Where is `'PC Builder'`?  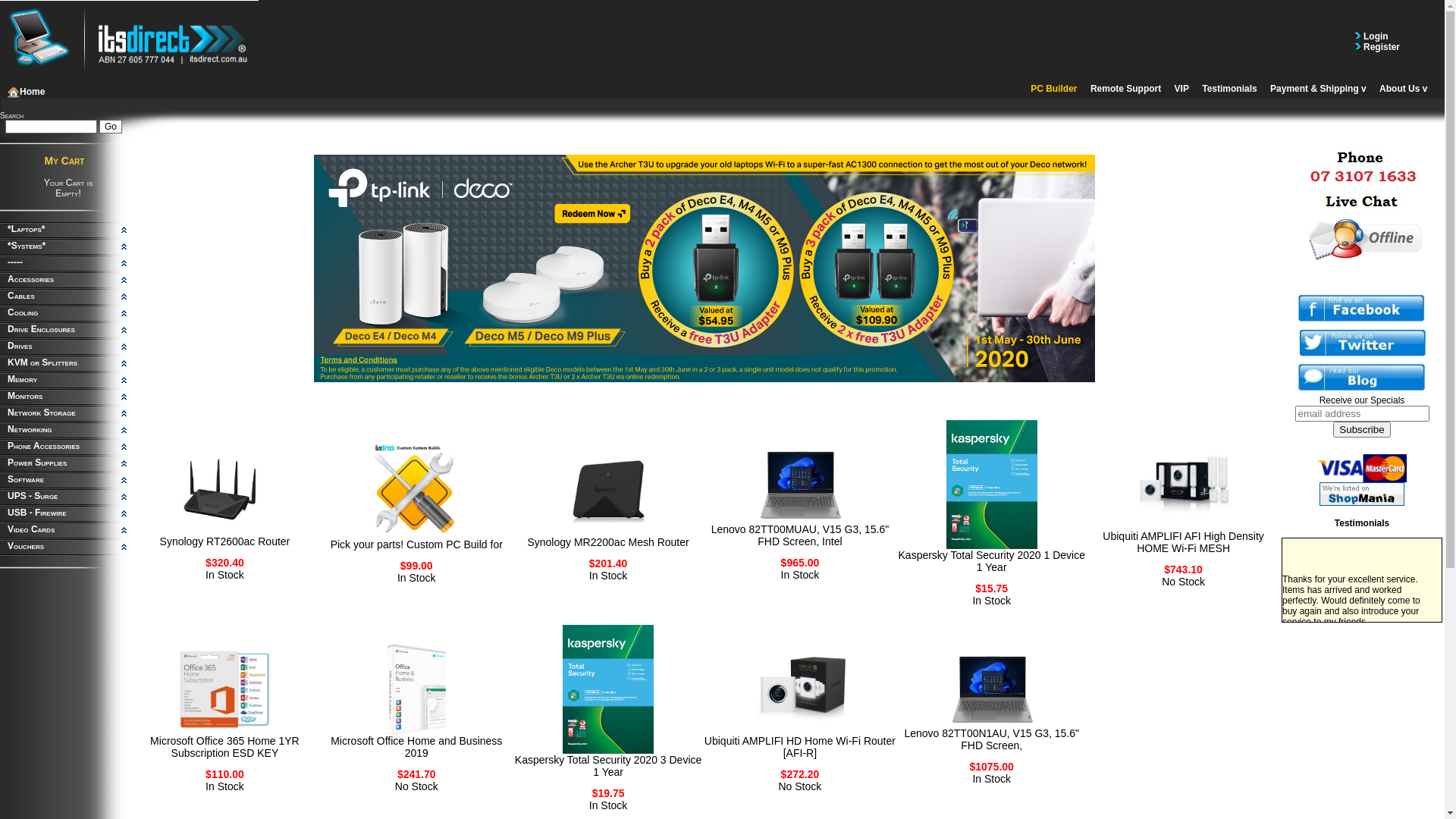 'PC Builder' is located at coordinates (1053, 88).